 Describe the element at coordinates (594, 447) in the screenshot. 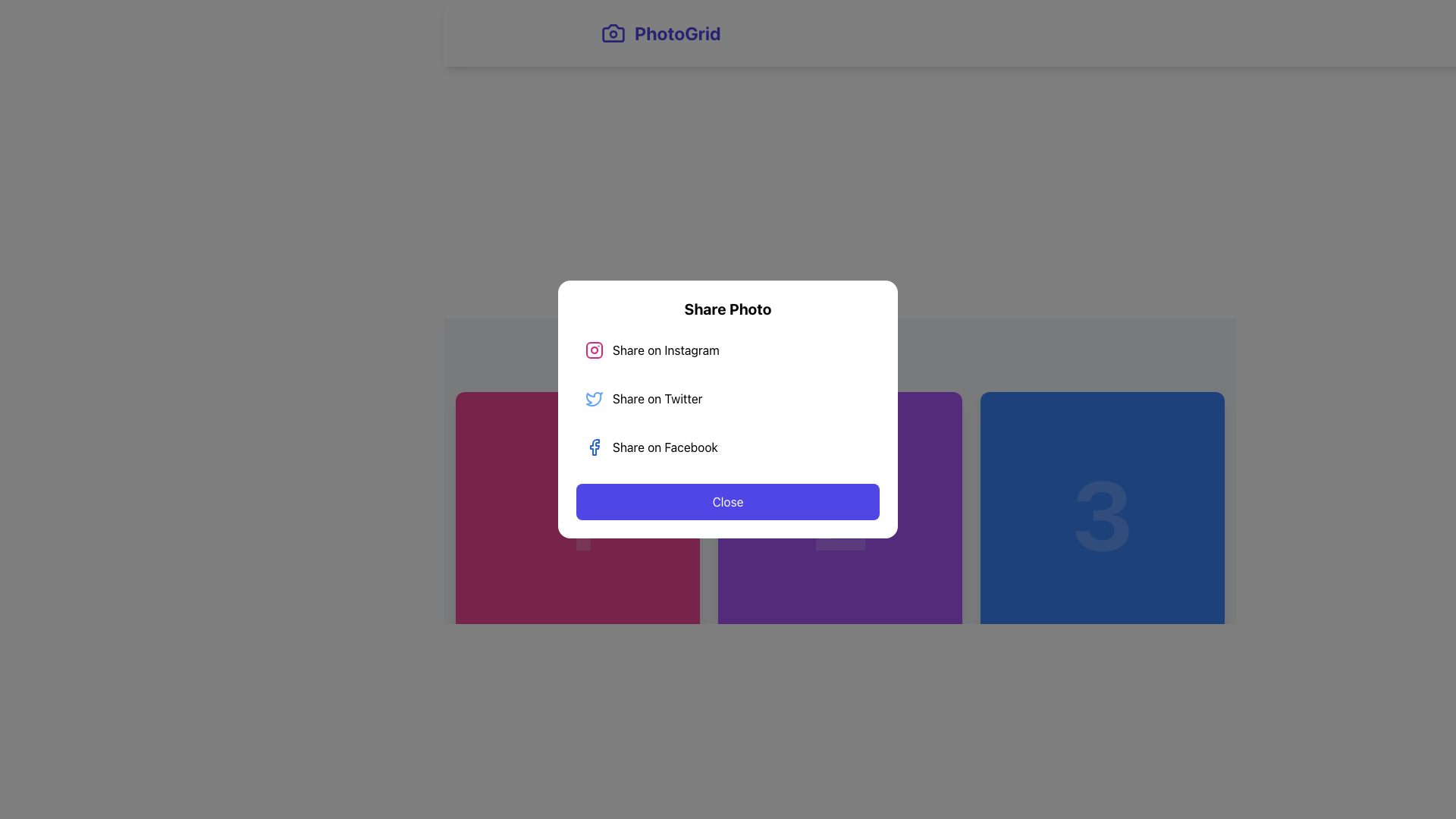

I see `the blue Facebook icon with a lowercase 'f' design located in the 'Share on Facebook' row to trigger a response` at that location.